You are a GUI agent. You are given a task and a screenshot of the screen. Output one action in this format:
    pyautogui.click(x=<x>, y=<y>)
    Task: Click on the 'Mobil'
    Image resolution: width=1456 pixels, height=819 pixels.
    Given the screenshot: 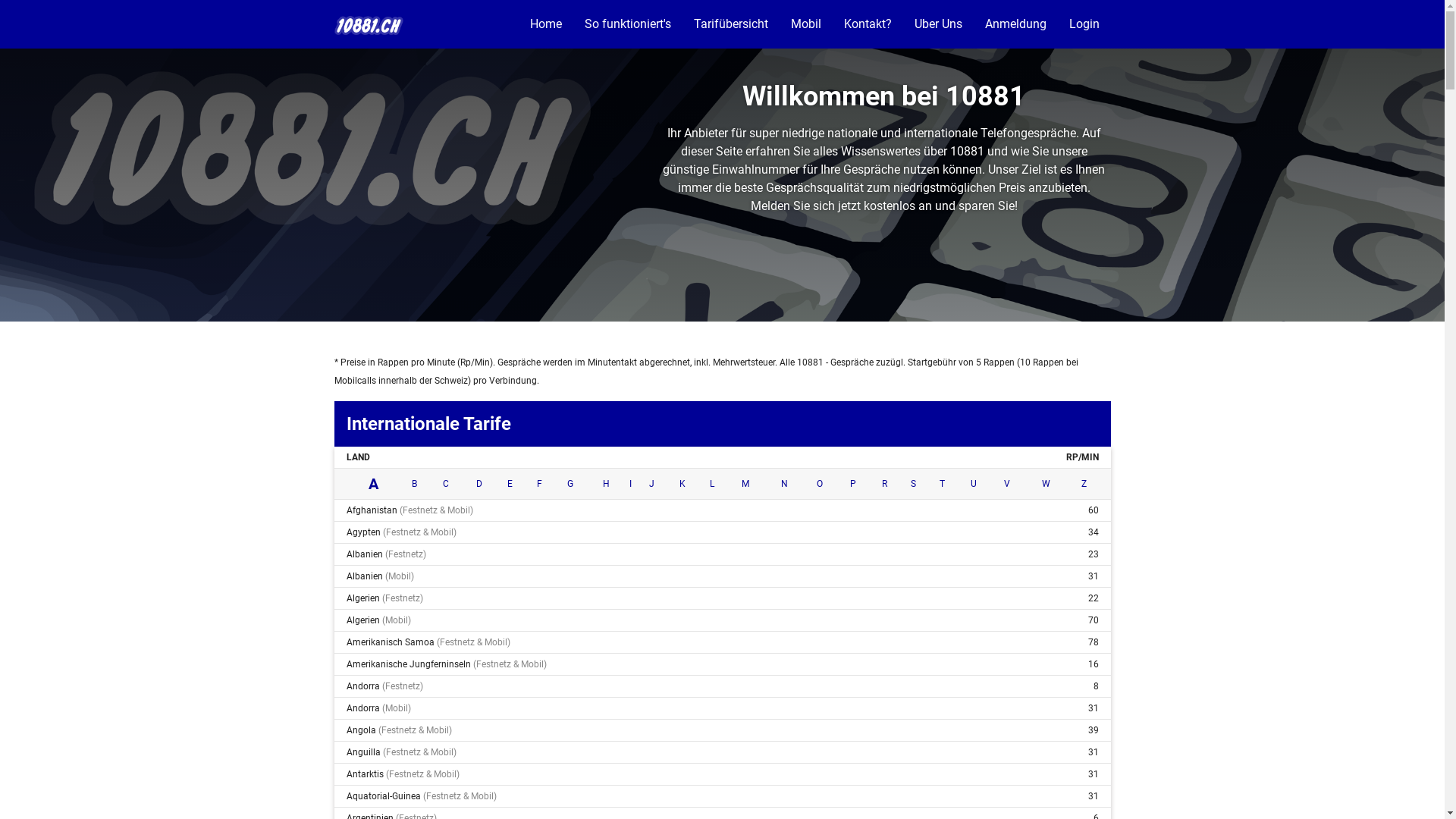 What is the action you would take?
    pyautogui.click(x=805, y=24)
    